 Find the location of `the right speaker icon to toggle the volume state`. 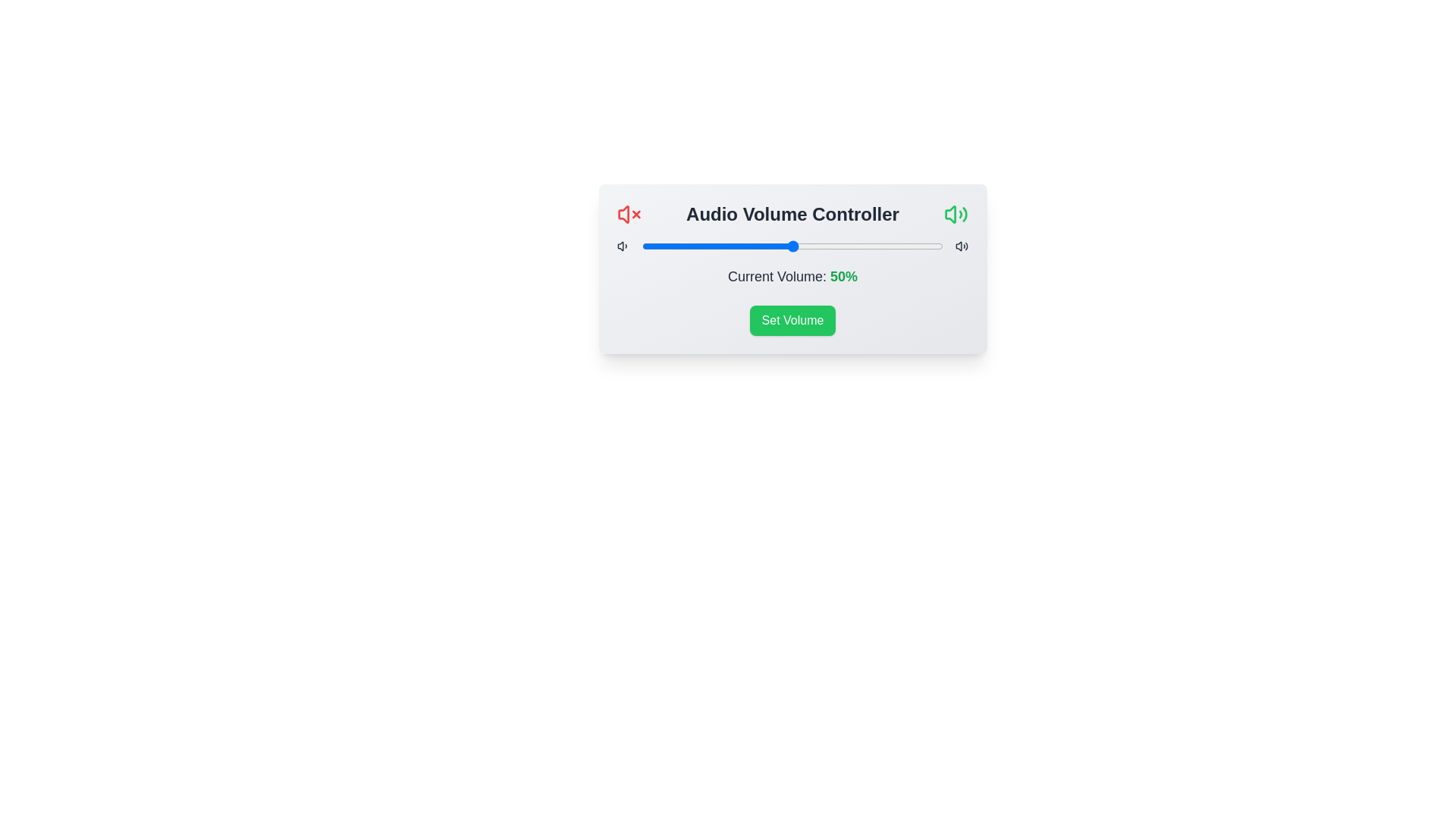

the right speaker icon to toggle the volume state is located at coordinates (955, 214).